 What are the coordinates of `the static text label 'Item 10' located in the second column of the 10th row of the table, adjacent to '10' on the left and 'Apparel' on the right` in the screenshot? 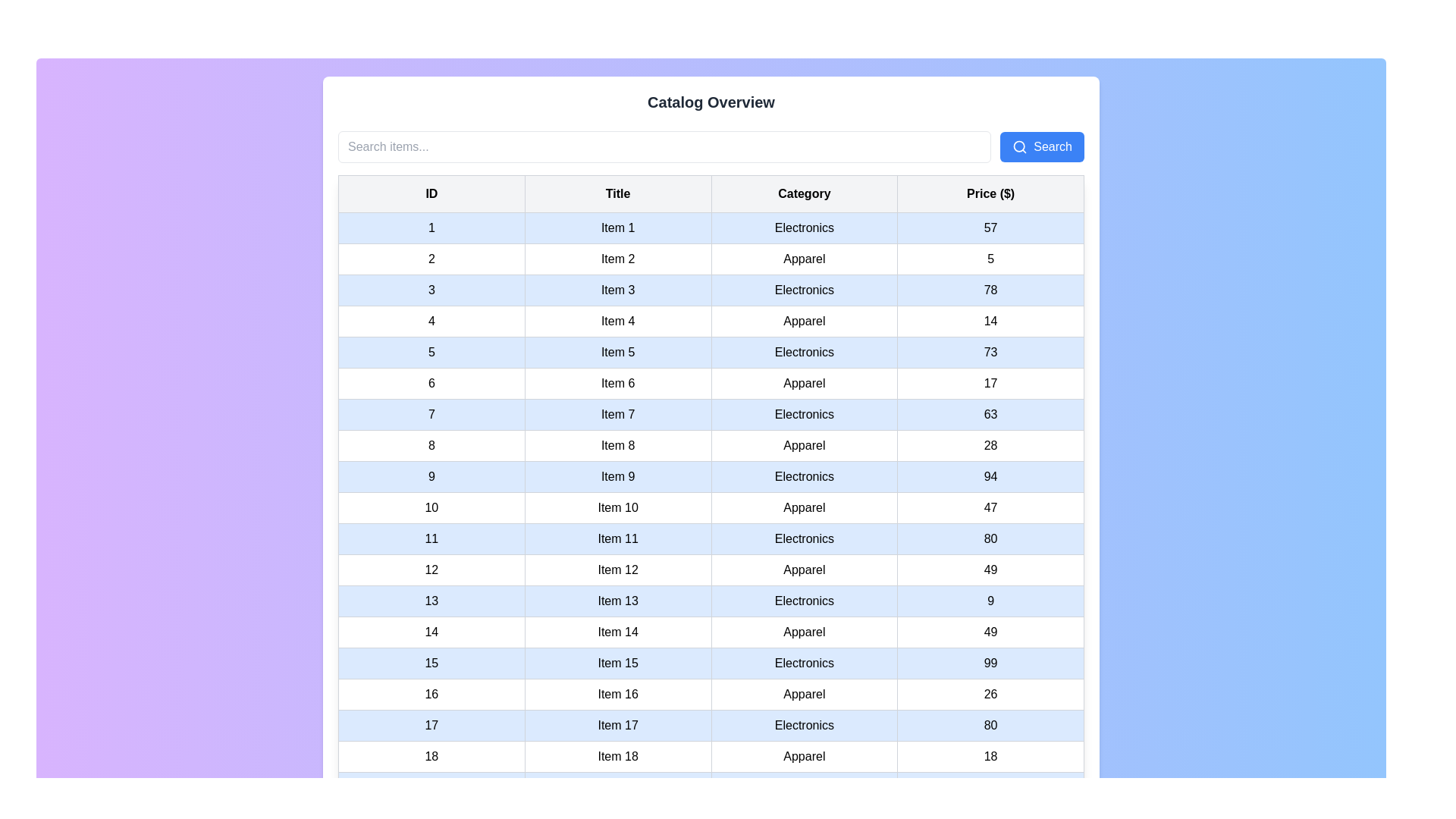 It's located at (618, 508).